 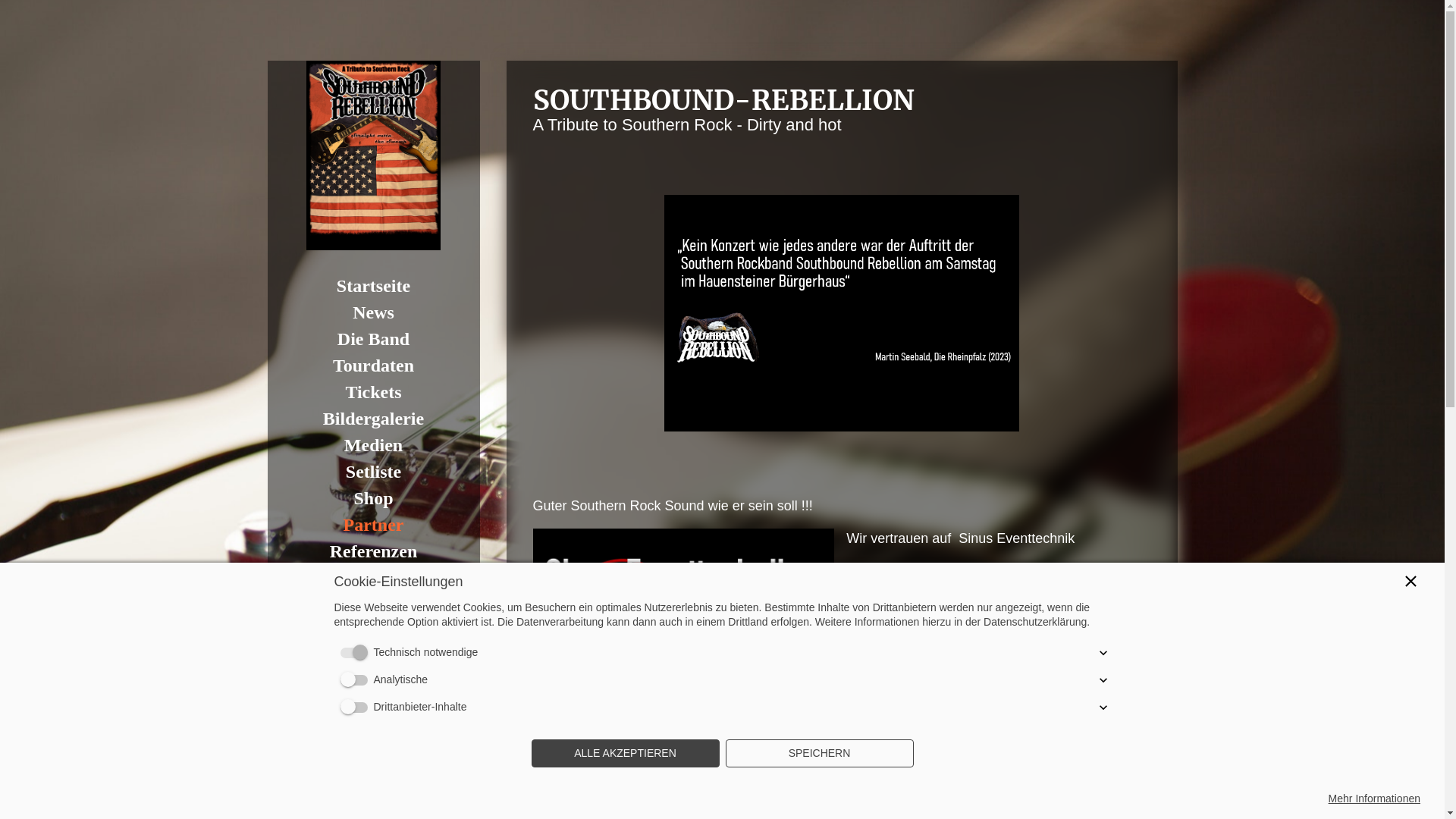 What do you see at coordinates (372, 391) in the screenshot?
I see `'Tickets'` at bounding box center [372, 391].